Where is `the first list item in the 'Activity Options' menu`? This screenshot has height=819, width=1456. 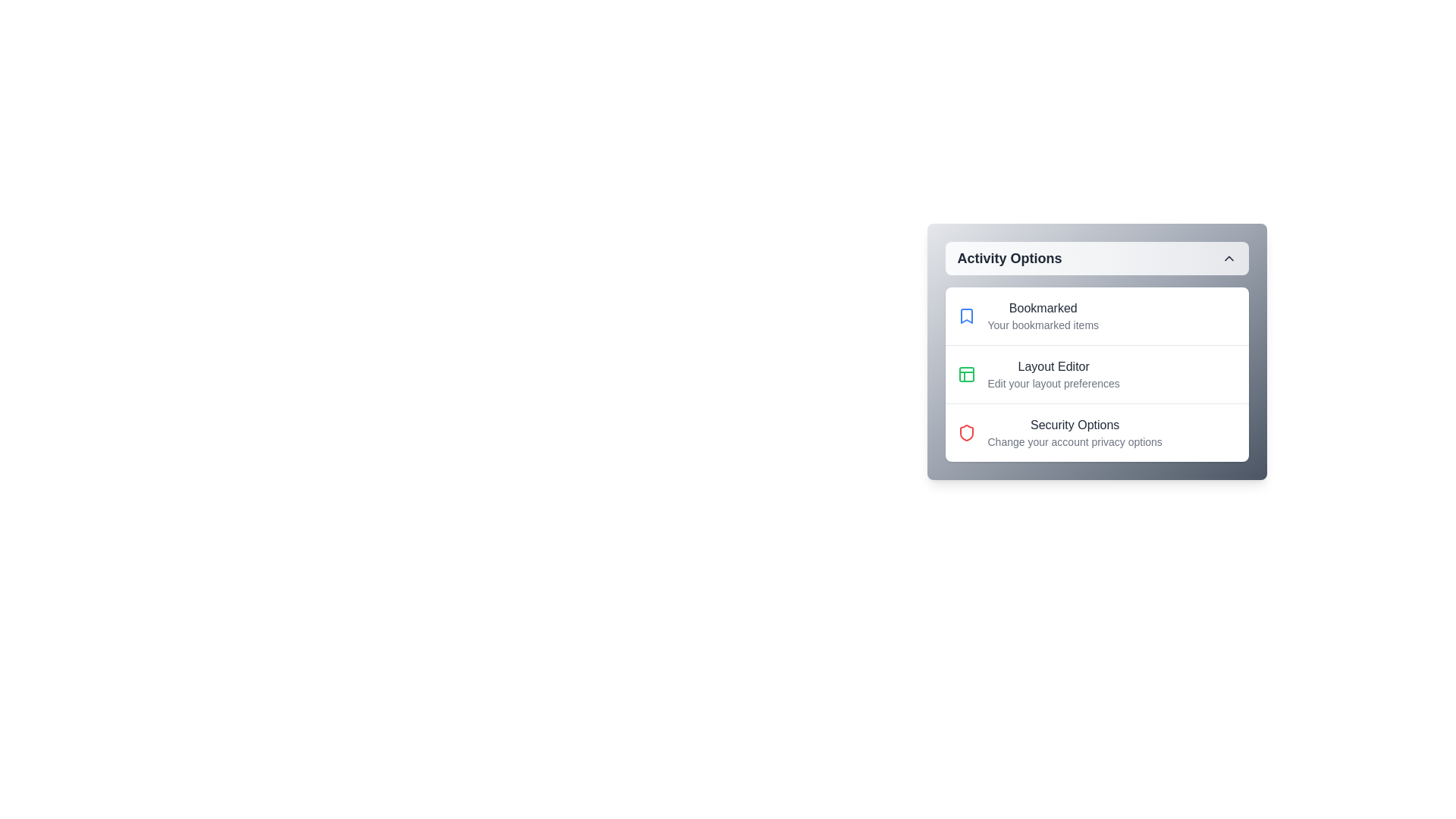
the first list item in the 'Activity Options' menu is located at coordinates (1097, 315).